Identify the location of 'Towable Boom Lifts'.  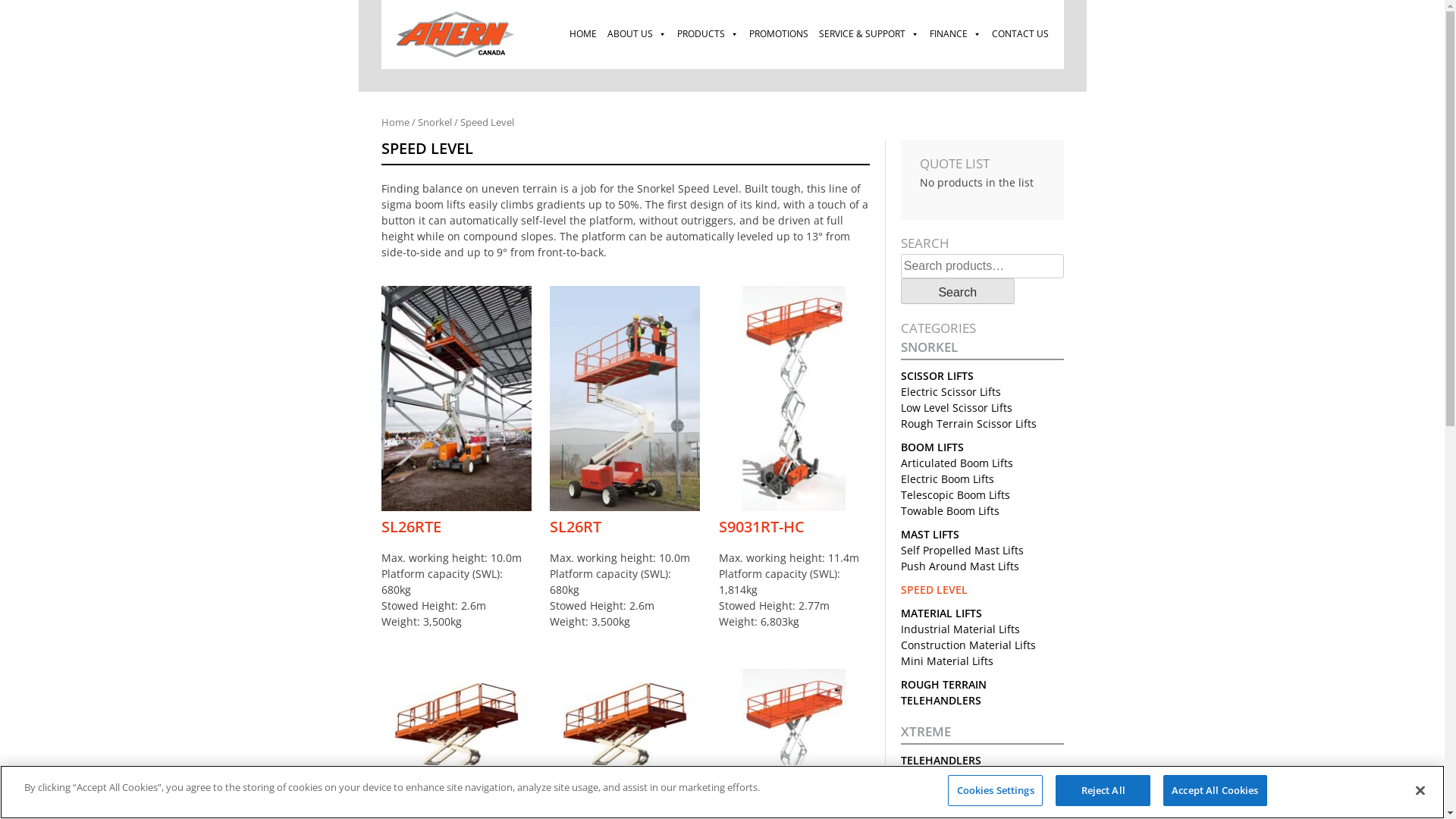
(901, 510).